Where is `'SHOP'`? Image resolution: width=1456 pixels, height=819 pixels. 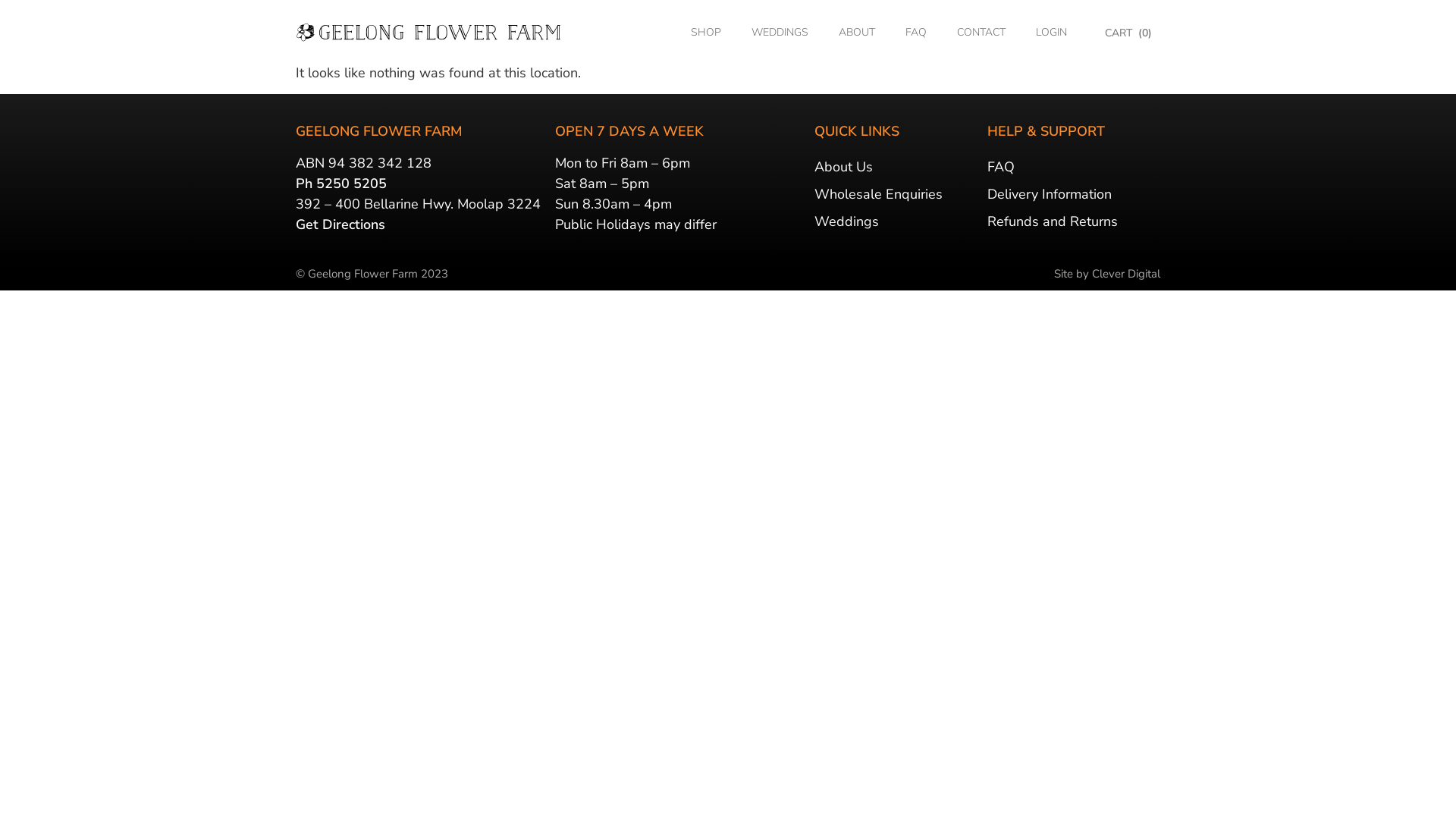 'SHOP' is located at coordinates (705, 32).